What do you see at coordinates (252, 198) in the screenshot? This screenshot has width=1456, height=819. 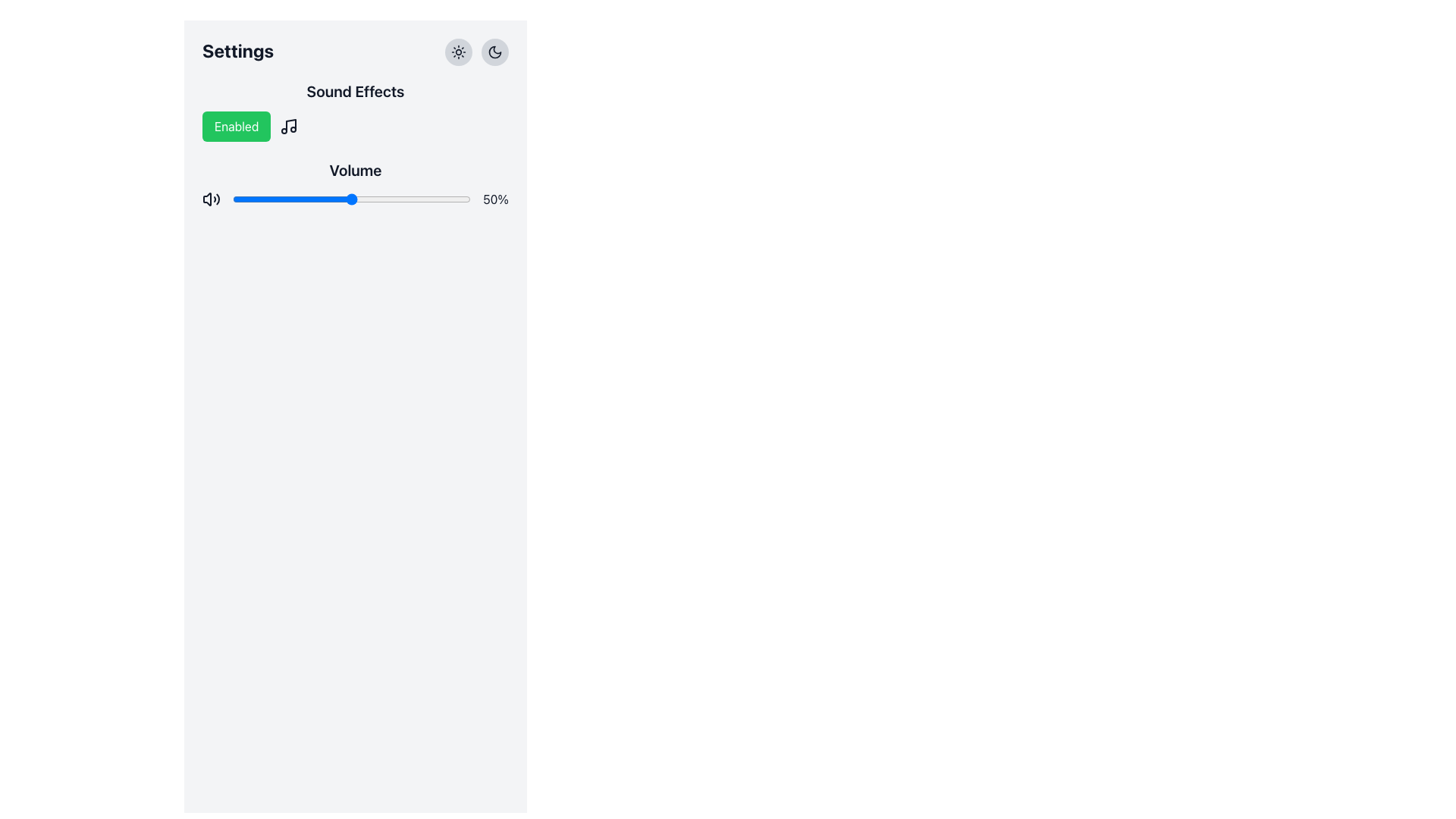 I see `the volume` at bounding box center [252, 198].